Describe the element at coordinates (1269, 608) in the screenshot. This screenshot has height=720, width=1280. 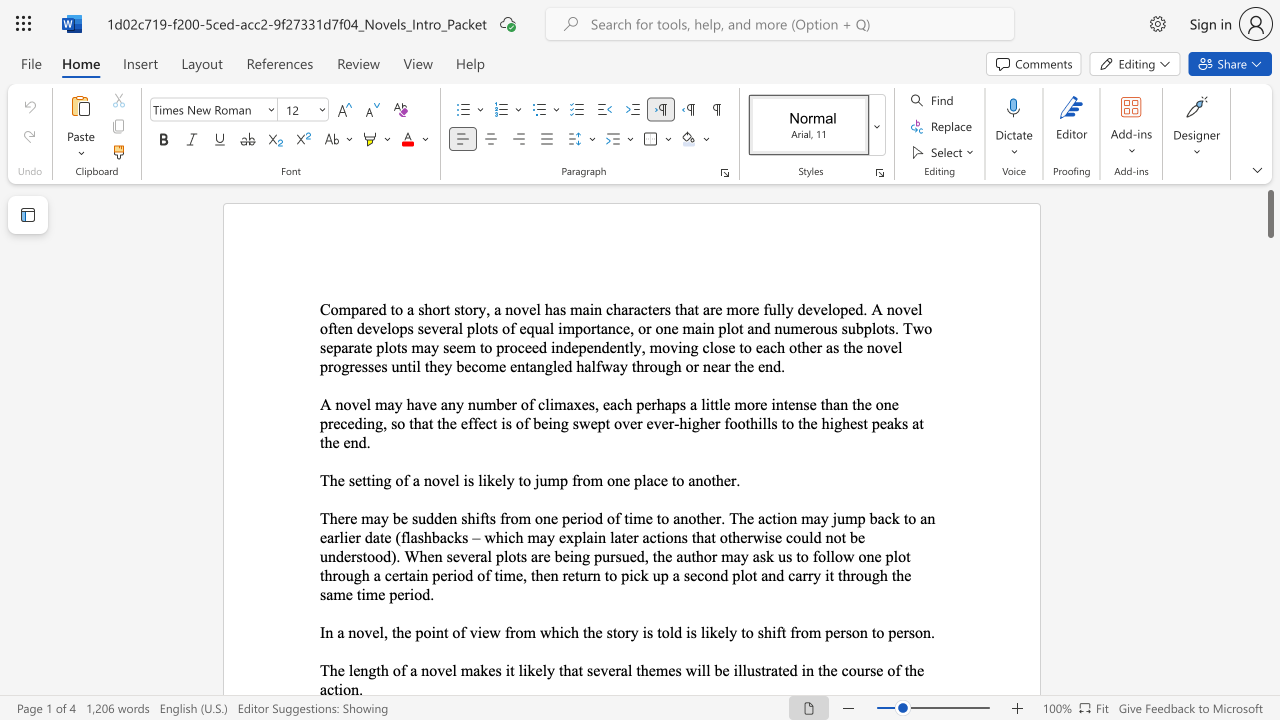
I see `the scrollbar on the right to shift the page lower` at that location.